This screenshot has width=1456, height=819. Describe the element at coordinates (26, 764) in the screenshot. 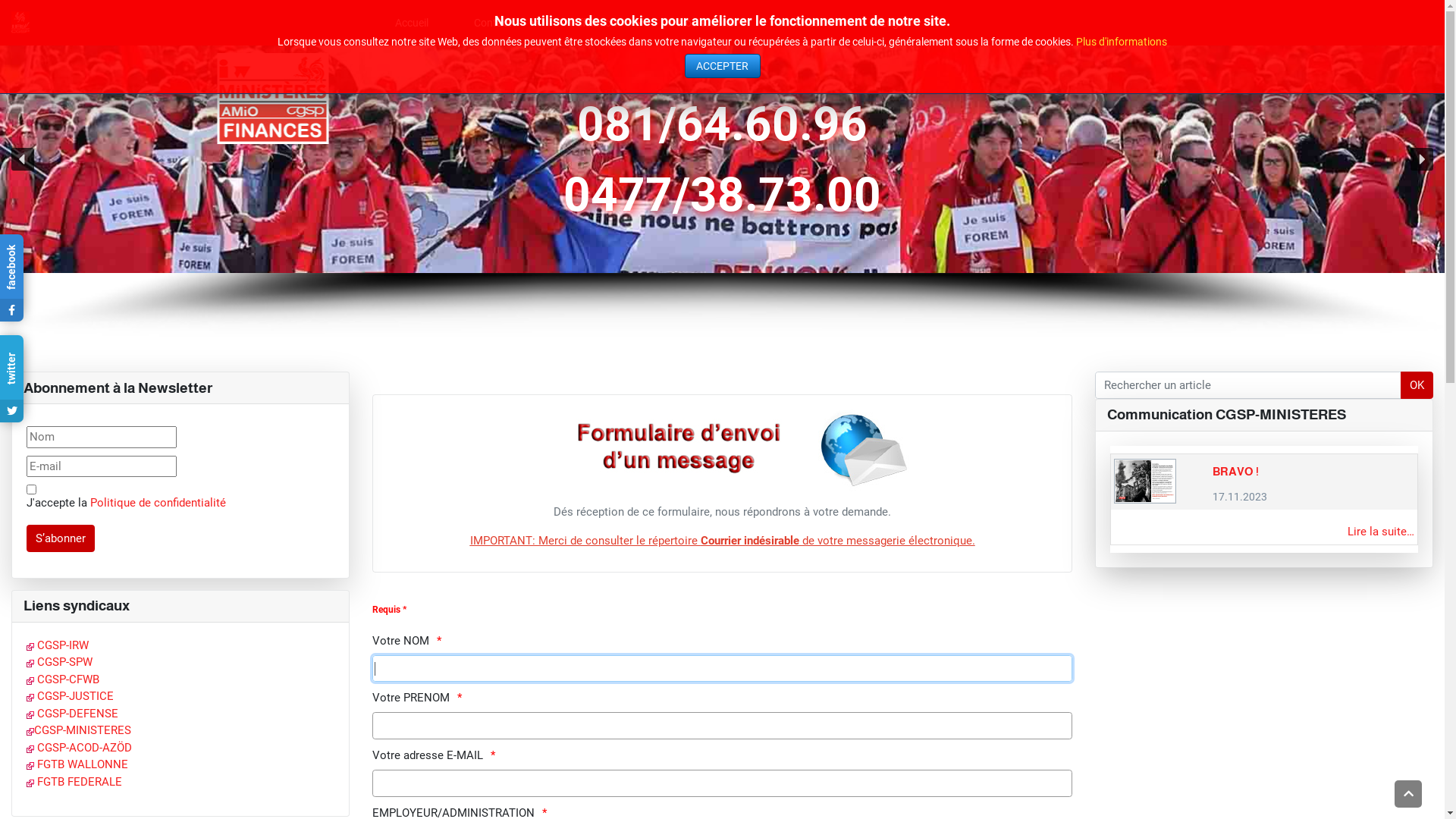

I see `' FGTB WALLONNE'` at that location.